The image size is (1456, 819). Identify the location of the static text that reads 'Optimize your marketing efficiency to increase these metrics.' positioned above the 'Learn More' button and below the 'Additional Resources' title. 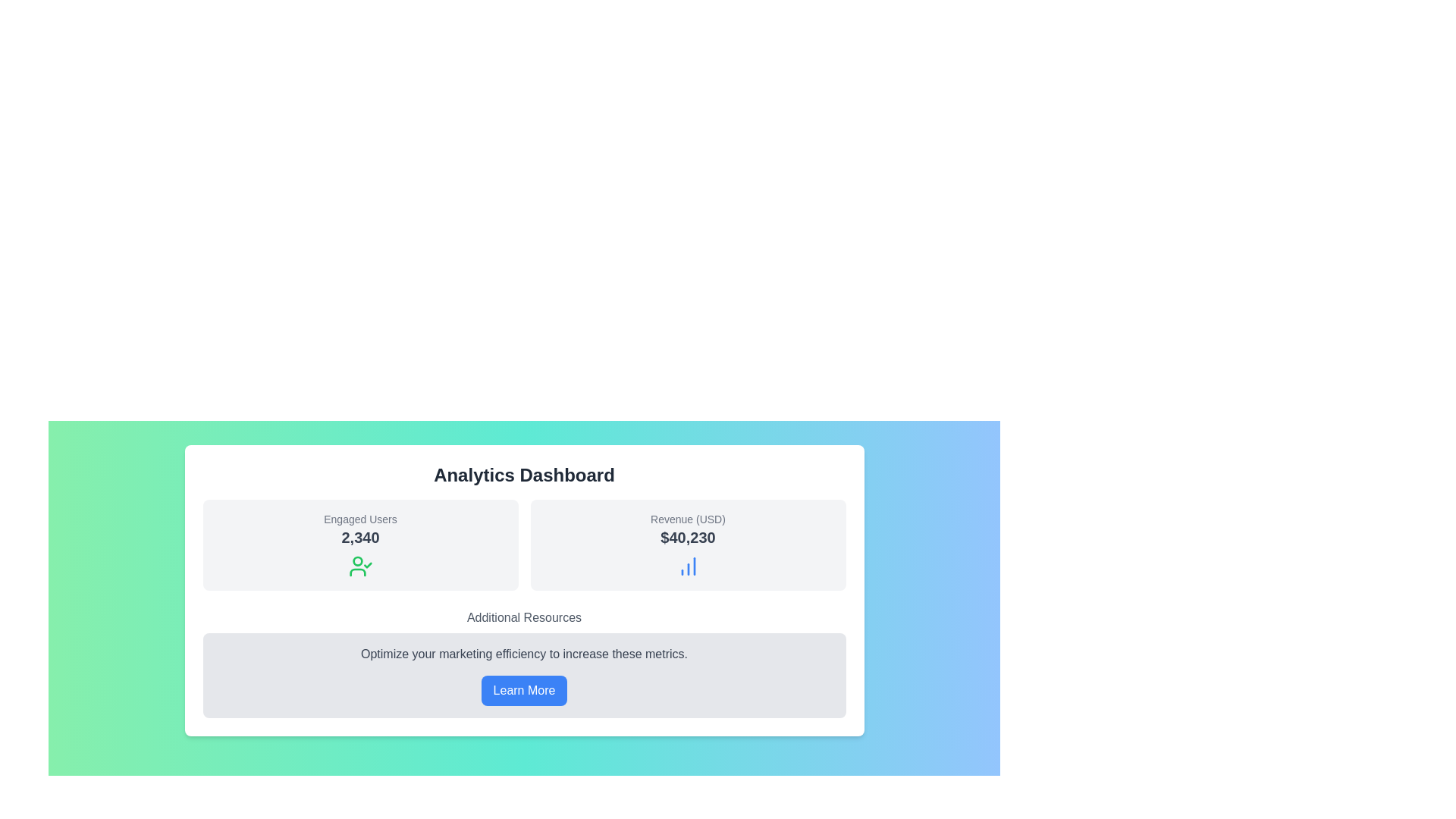
(524, 654).